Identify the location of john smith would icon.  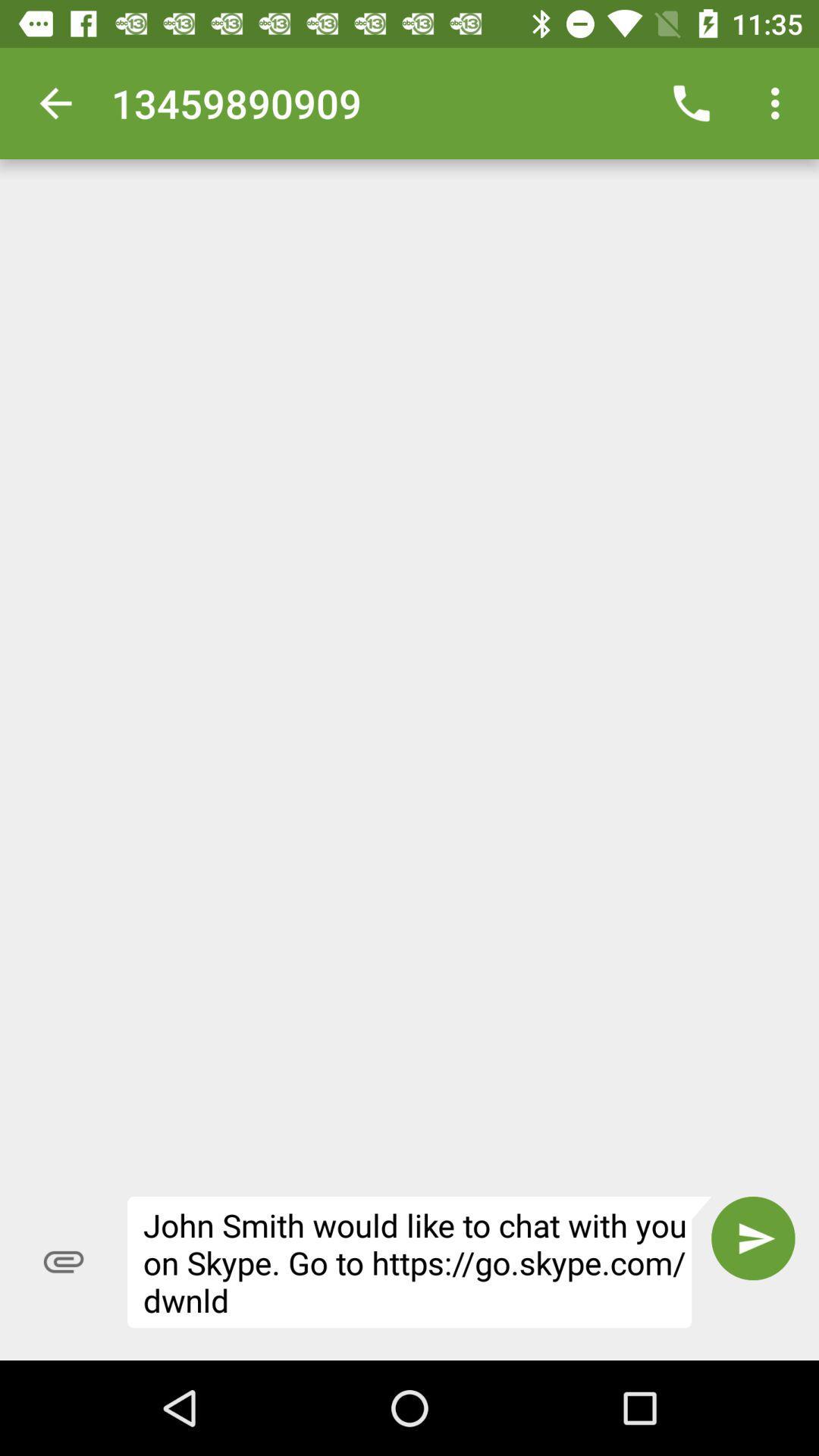
(419, 1262).